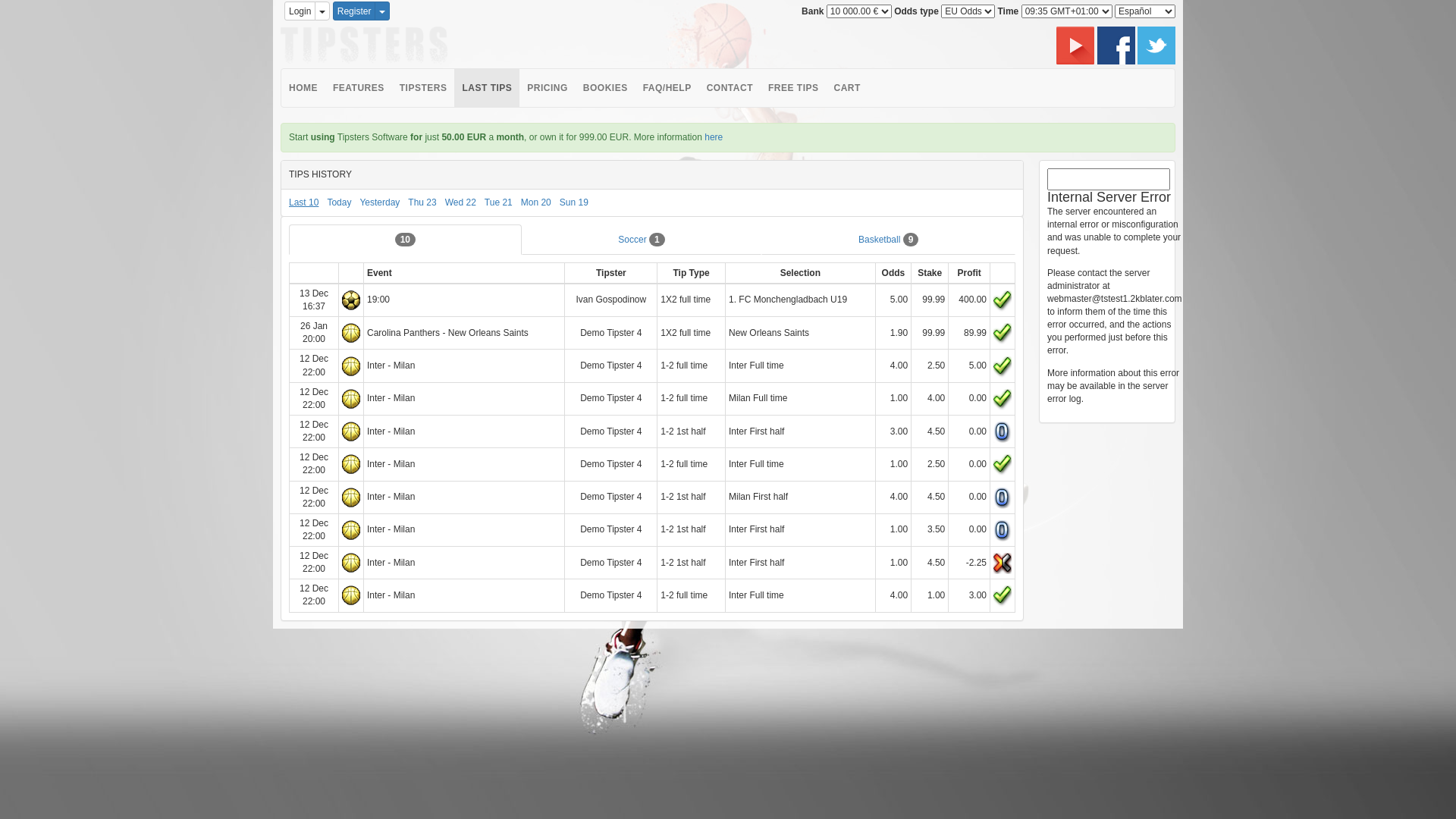 This screenshot has height=819, width=1456. What do you see at coordinates (382, 11) in the screenshot?
I see `'Toggle Dropdown'` at bounding box center [382, 11].